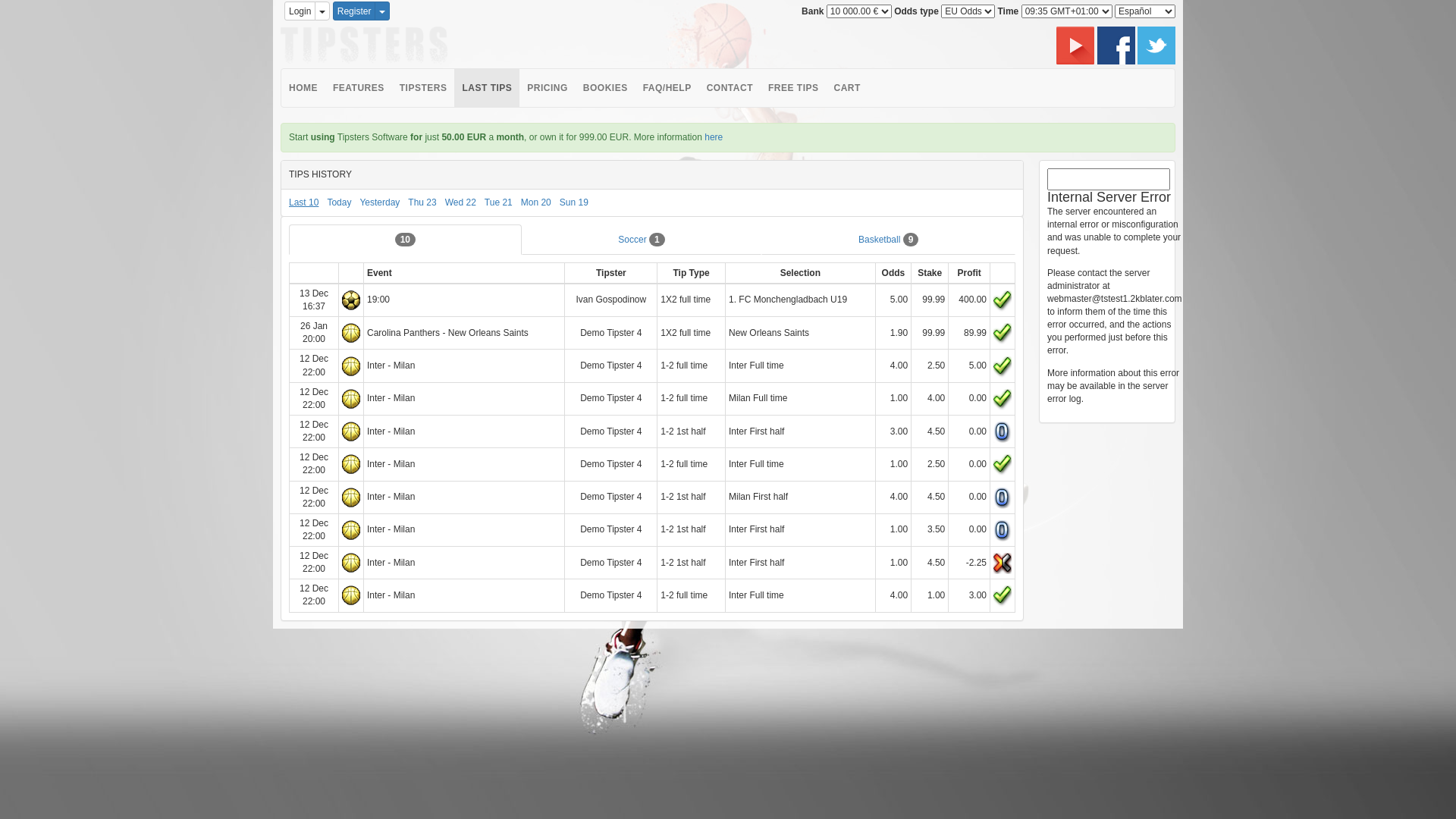 This screenshot has height=819, width=1456. What do you see at coordinates (382, 11) in the screenshot?
I see `'Toggle Dropdown'` at bounding box center [382, 11].